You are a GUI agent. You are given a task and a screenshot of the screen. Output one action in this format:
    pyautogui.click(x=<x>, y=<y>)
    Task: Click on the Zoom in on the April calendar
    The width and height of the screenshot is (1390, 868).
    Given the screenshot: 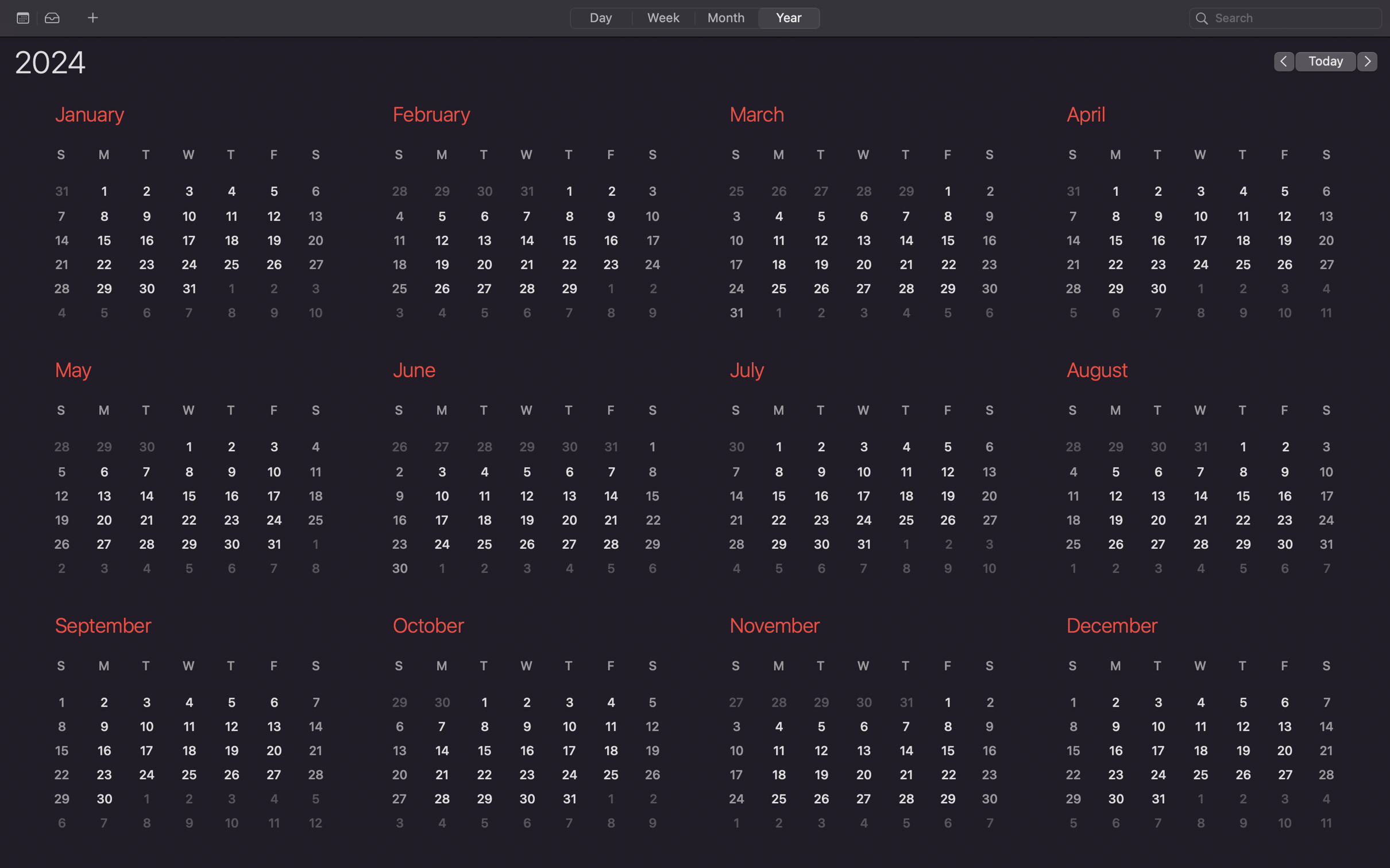 What is the action you would take?
    pyautogui.click(x=1195, y=212)
    